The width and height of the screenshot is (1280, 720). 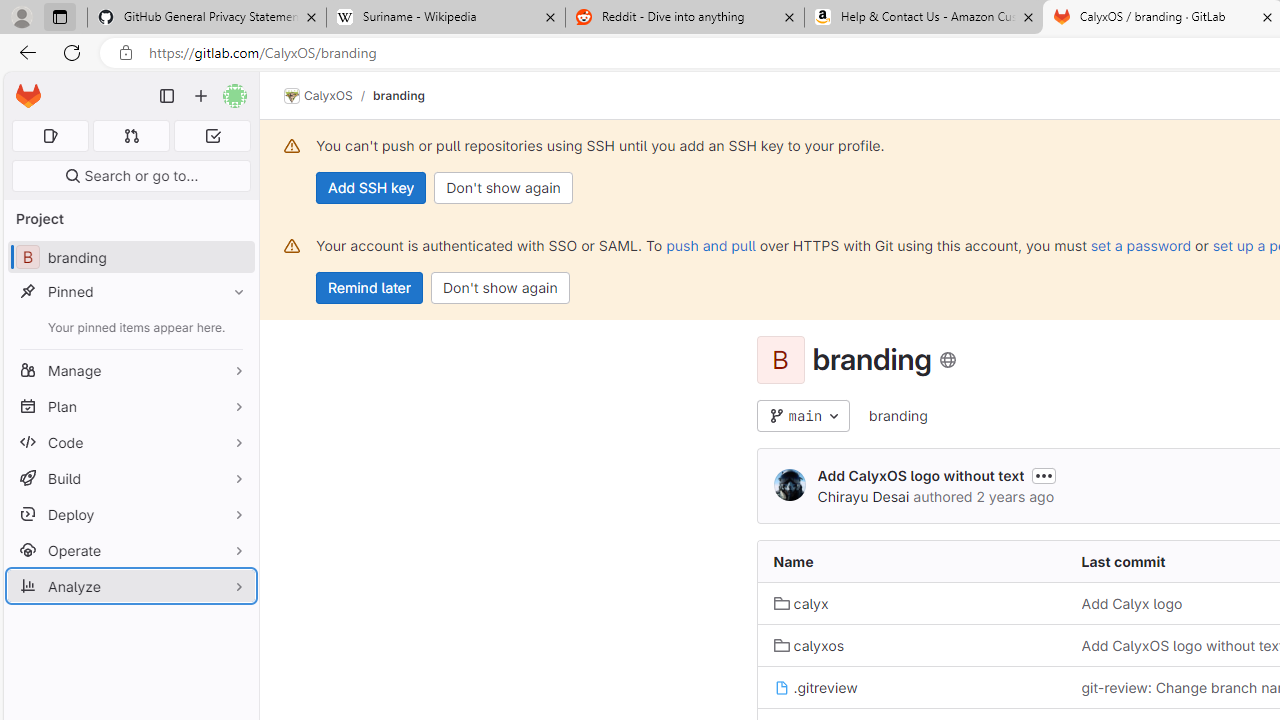 I want to click on 'Chirayu Desai', so click(x=788, y=486).